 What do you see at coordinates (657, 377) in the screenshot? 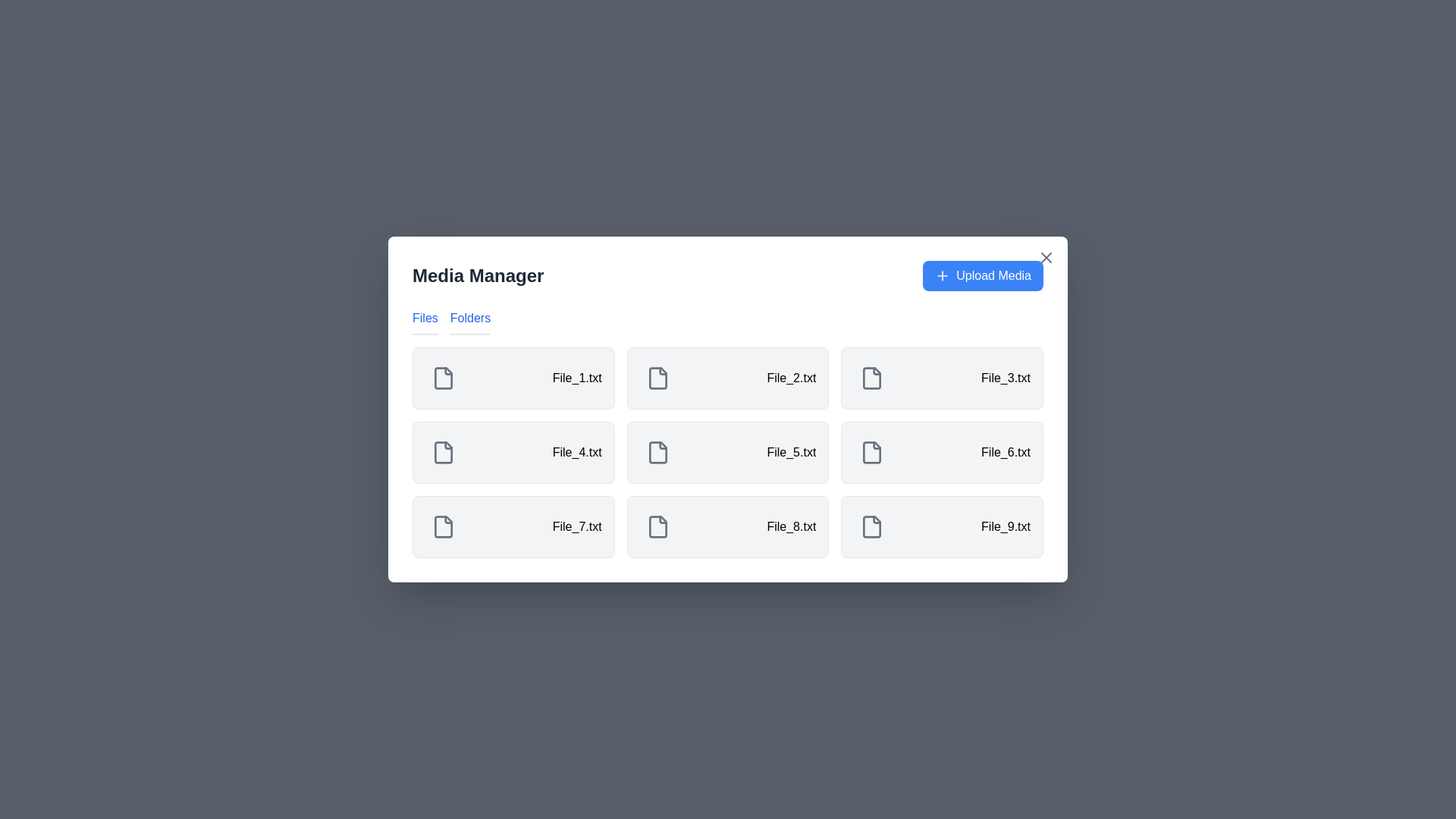
I see `the File icon (SVG graphic) in the Media Manager interface` at bounding box center [657, 377].